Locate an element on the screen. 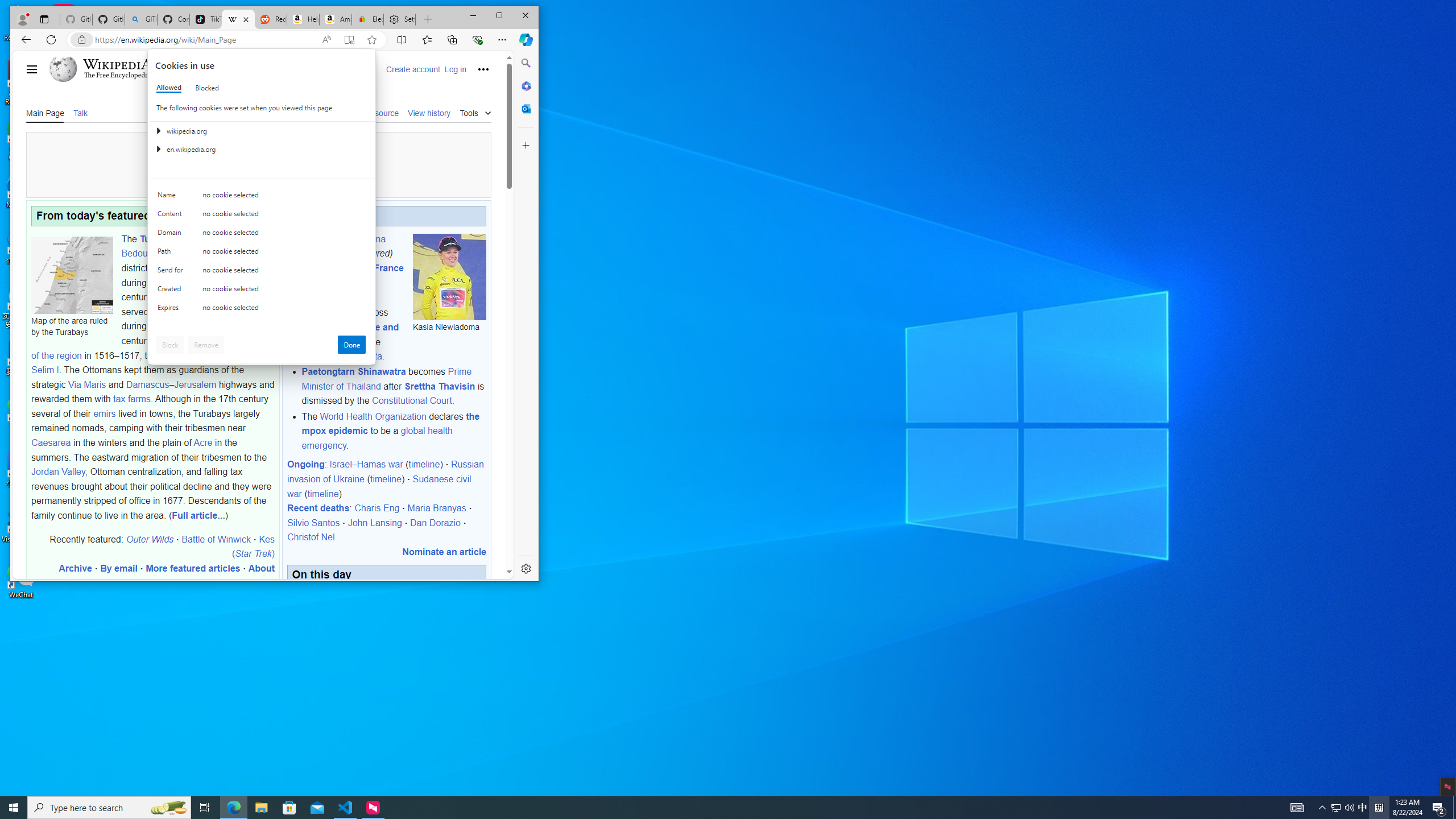 The height and width of the screenshot is (819, 1456). 'Microsoft Edge - 1 running window' is located at coordinates (233, 806).